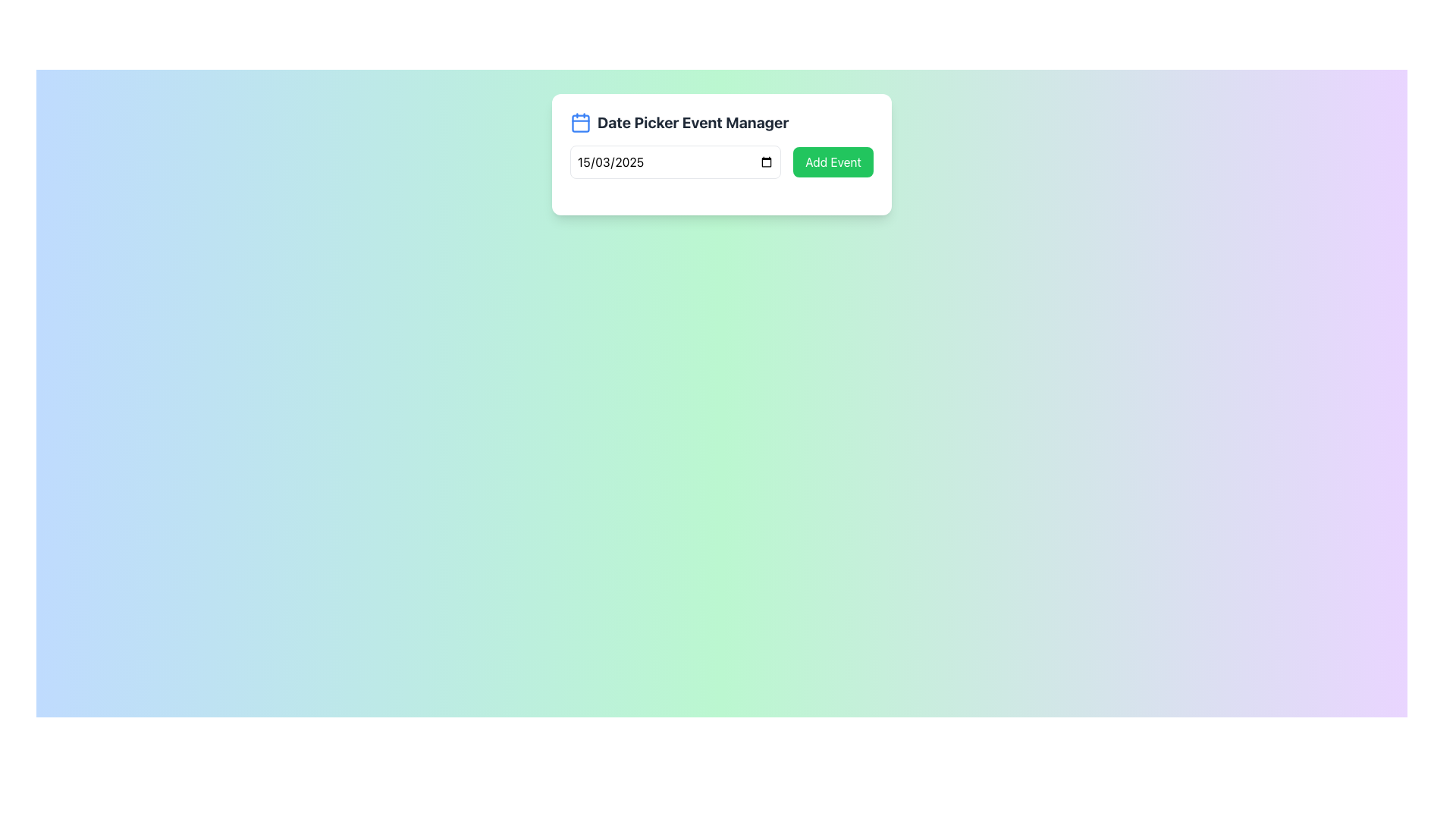 The width and height of the screenshot is (1456, 819). Describe the element at coordinates (580, 122) in the screenshot. I see `the calendar icon located at the far left of the header in the 'Date Picker Event Manager'` at that location.